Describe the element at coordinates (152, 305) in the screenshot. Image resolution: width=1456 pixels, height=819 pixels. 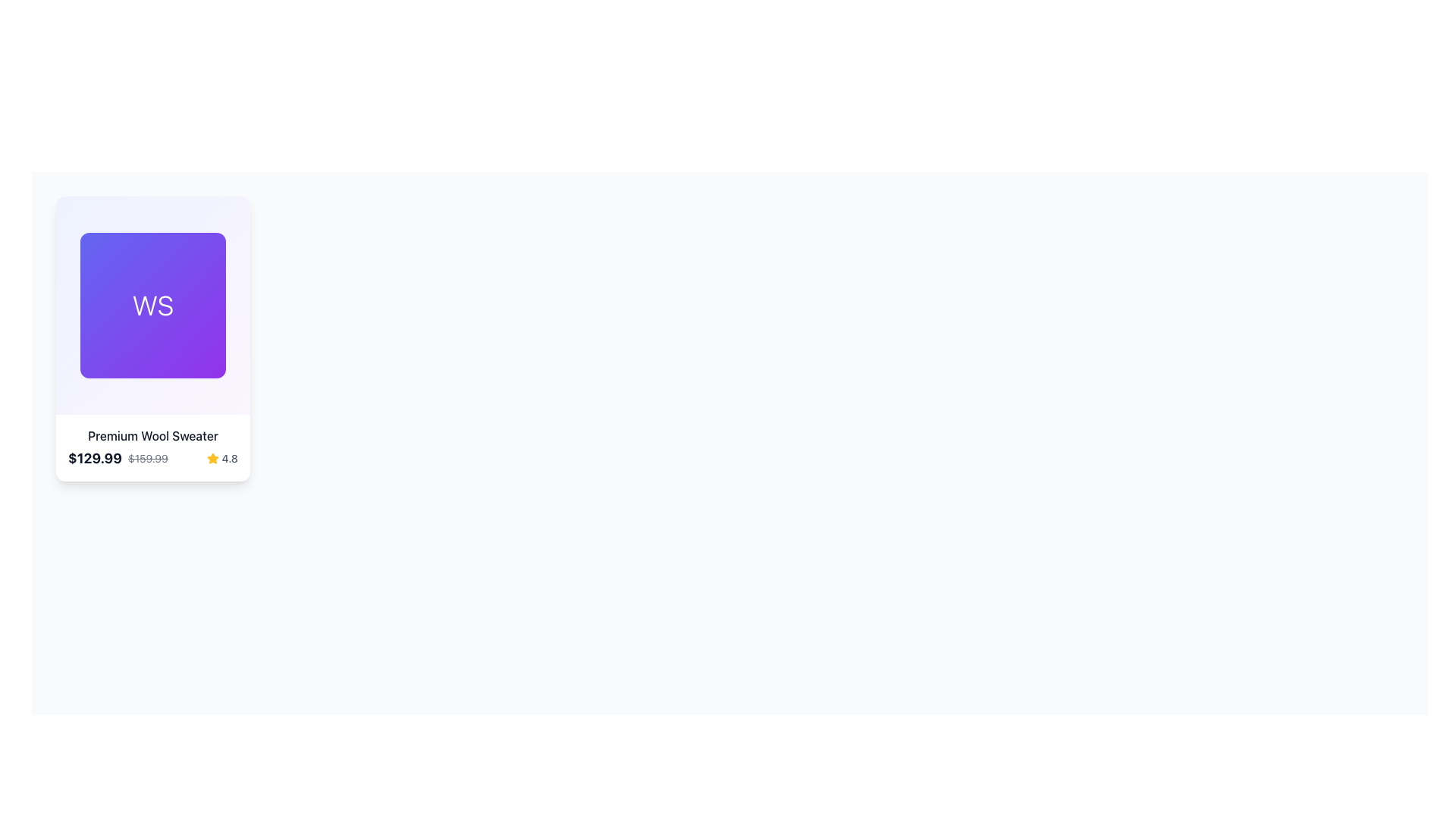
I see `the center of the square card element with a purple gradient background featuring the text 'WS' centered in white, to interact with it` at that location.